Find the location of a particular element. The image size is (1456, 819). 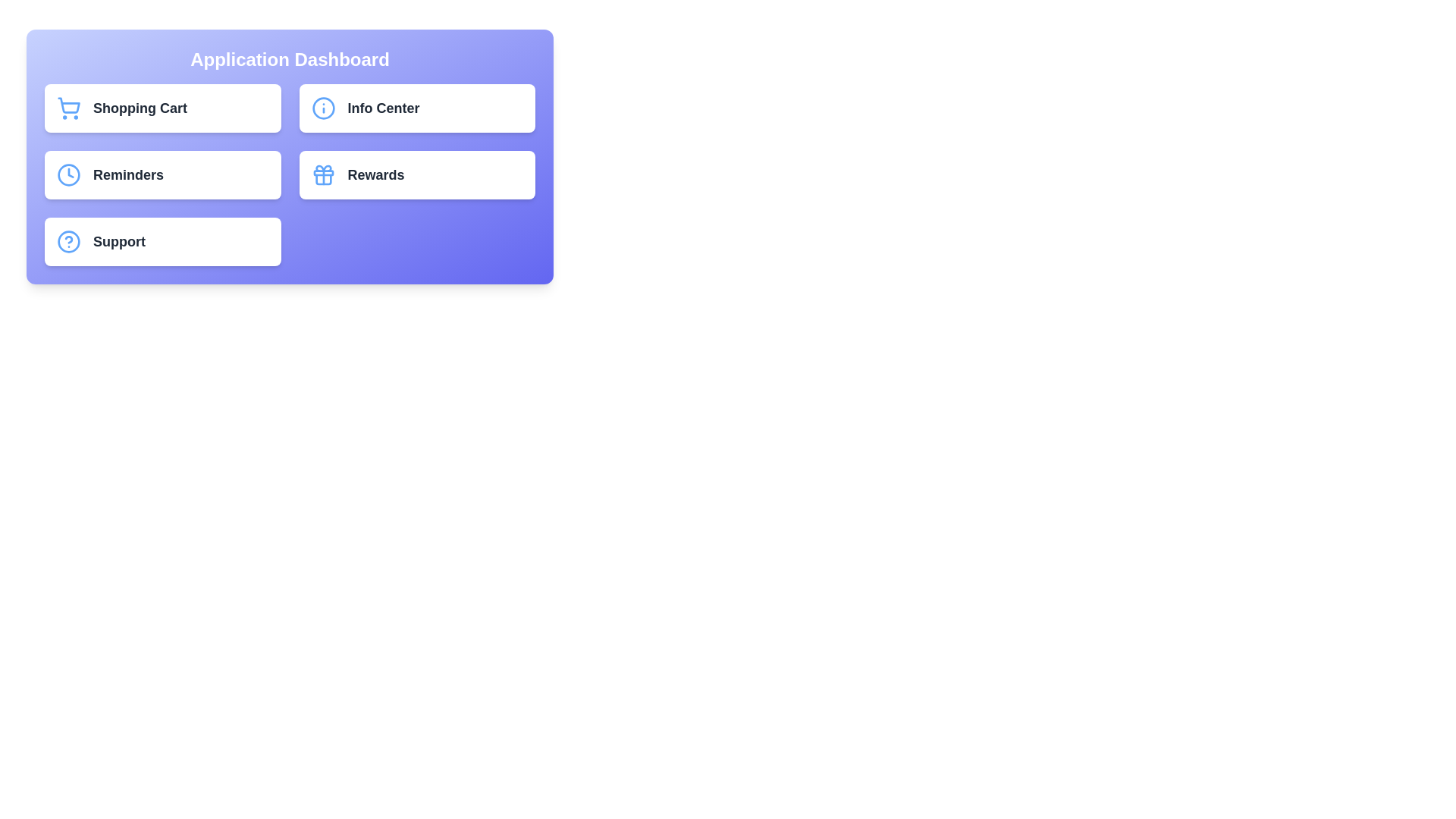

the title/header Text Display element located at the top-center of the dashboard interface is located at coordinates (290, 58).